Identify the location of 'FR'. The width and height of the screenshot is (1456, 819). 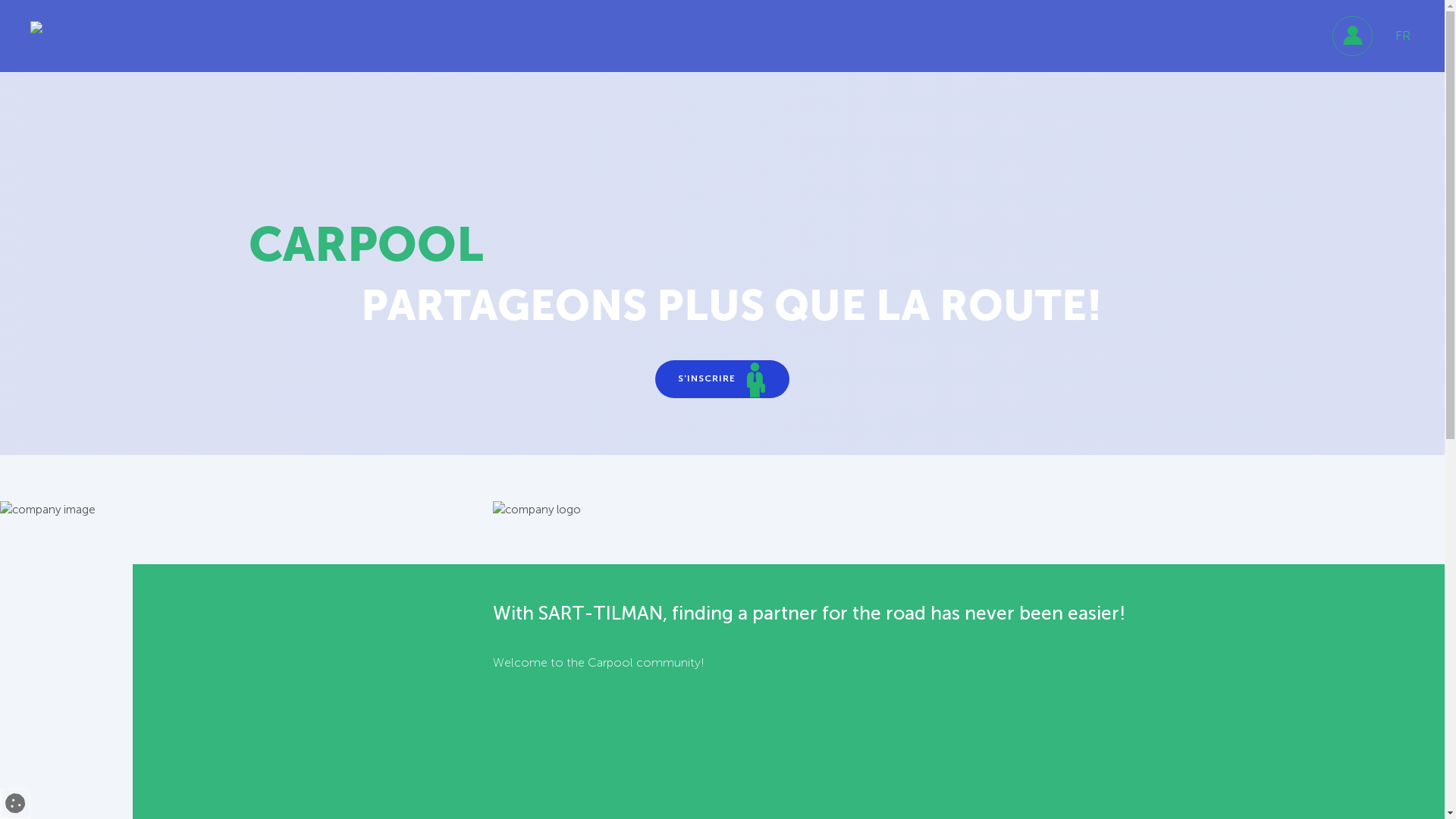
(1401, 34).